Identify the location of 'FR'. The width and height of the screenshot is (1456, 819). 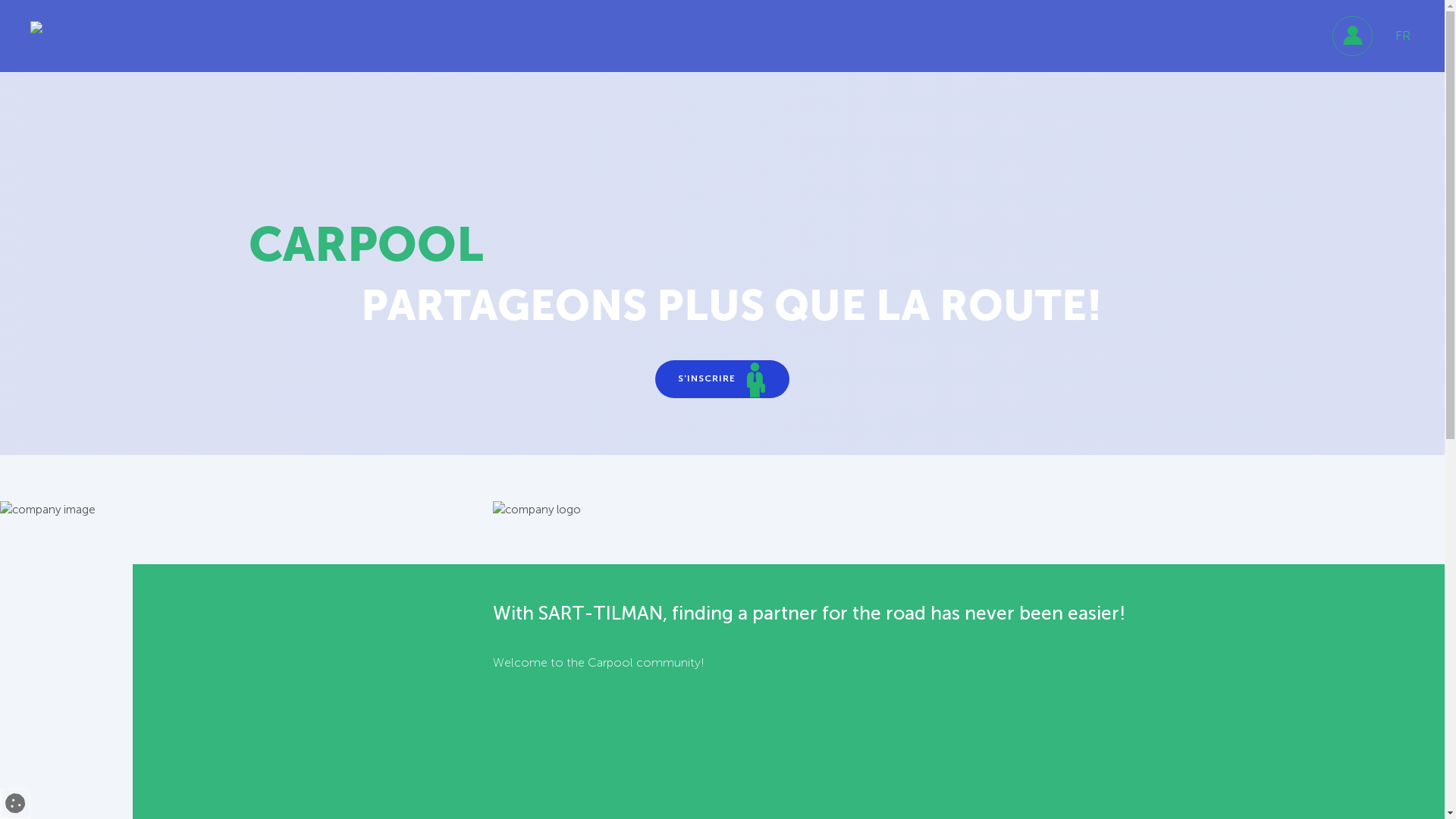
(1401, 34).